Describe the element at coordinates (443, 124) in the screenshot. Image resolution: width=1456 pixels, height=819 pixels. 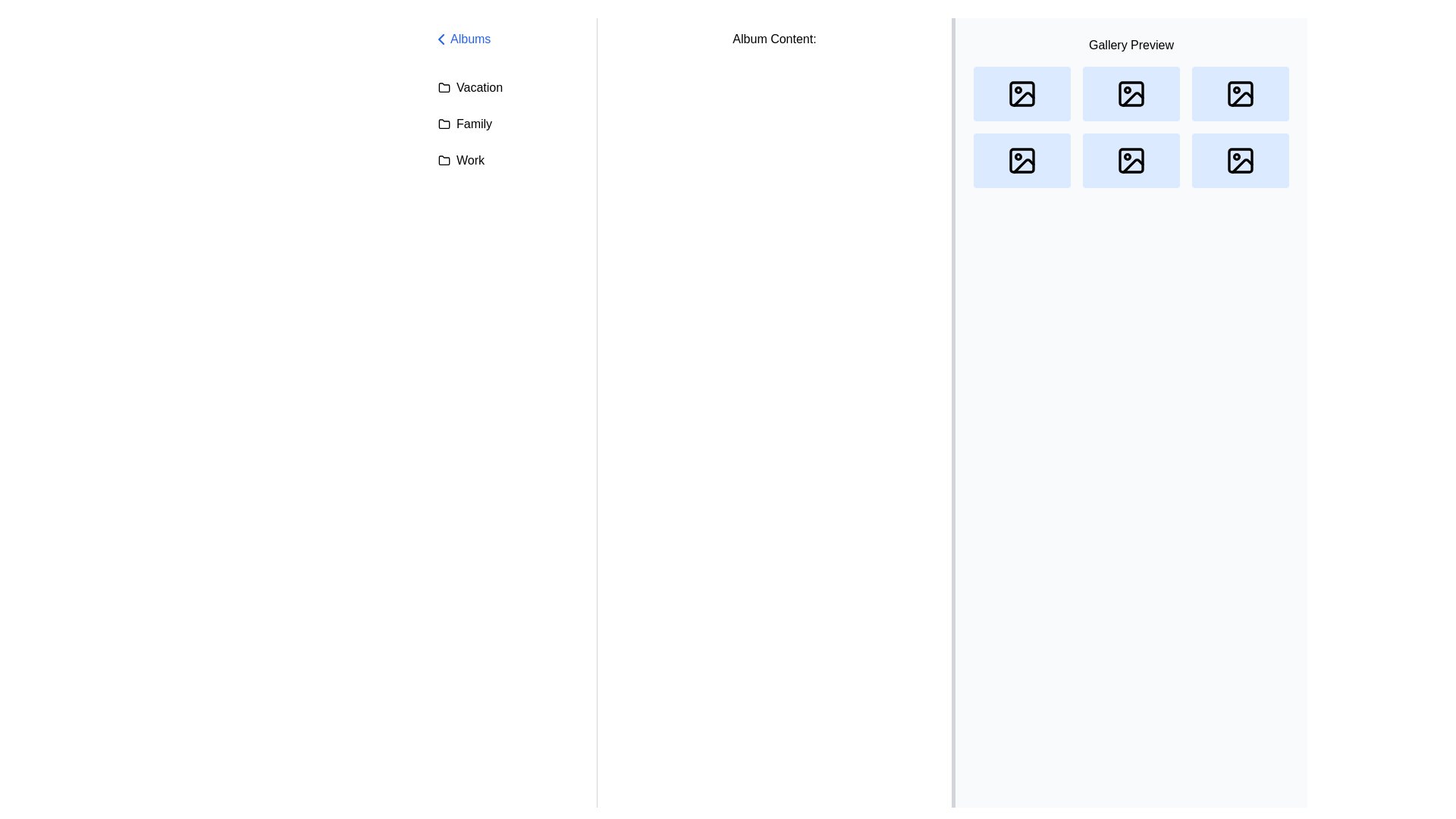
I see `the folder icon located to the left of the text labeled 'Family'` at that location.